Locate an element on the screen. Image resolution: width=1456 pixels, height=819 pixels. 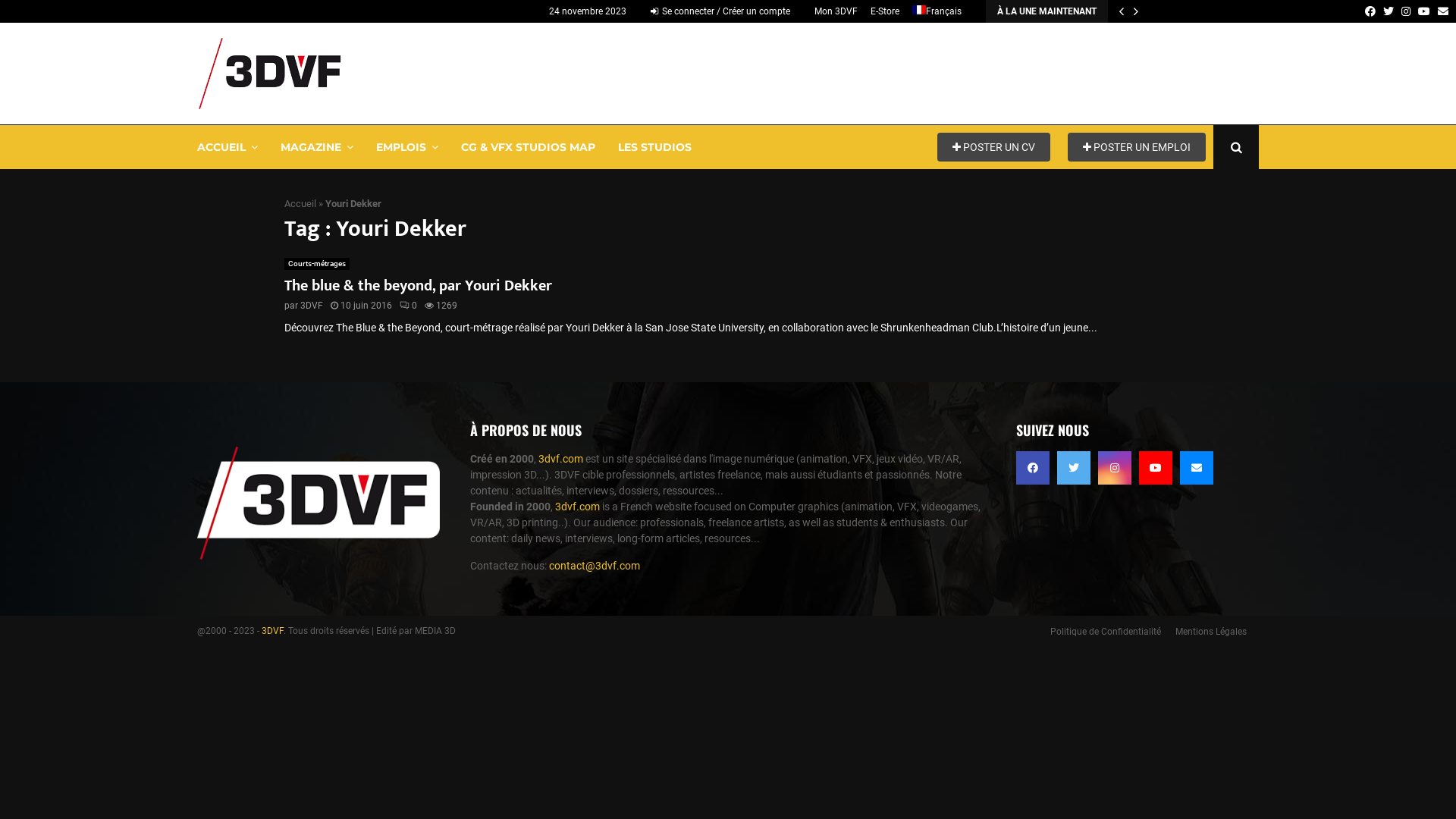
'Facebook' is located at coordinates (1365, 11).